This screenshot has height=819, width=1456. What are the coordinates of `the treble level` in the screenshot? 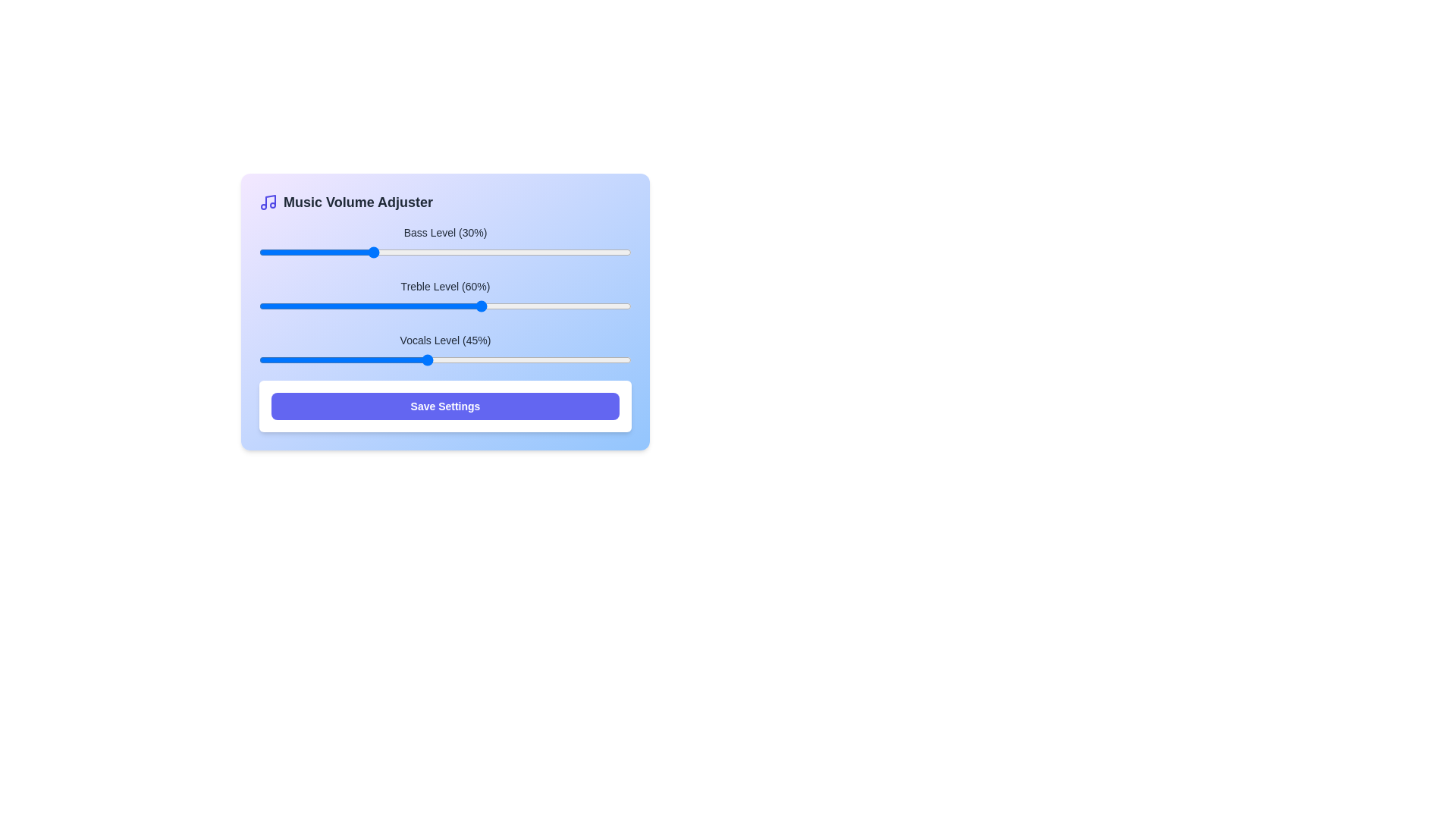 It's located at (314, 306).